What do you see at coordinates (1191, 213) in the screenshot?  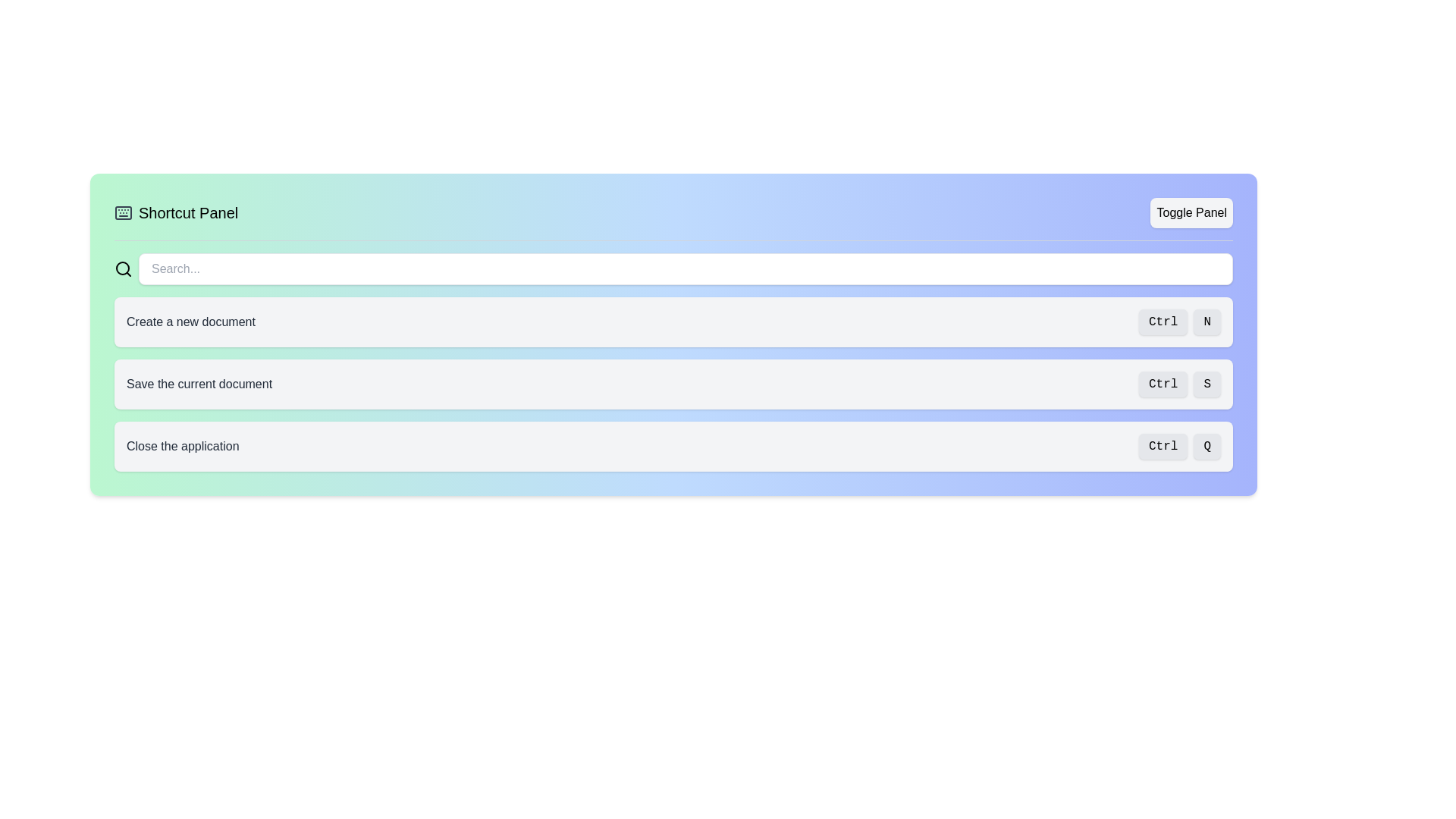 I see `the 'Toggle Panel' button, which is a rectangular button with black text on a light gray background, located at the top-right corner of the 'Shortcut Panel' section` at bounding box center [1191, 213].